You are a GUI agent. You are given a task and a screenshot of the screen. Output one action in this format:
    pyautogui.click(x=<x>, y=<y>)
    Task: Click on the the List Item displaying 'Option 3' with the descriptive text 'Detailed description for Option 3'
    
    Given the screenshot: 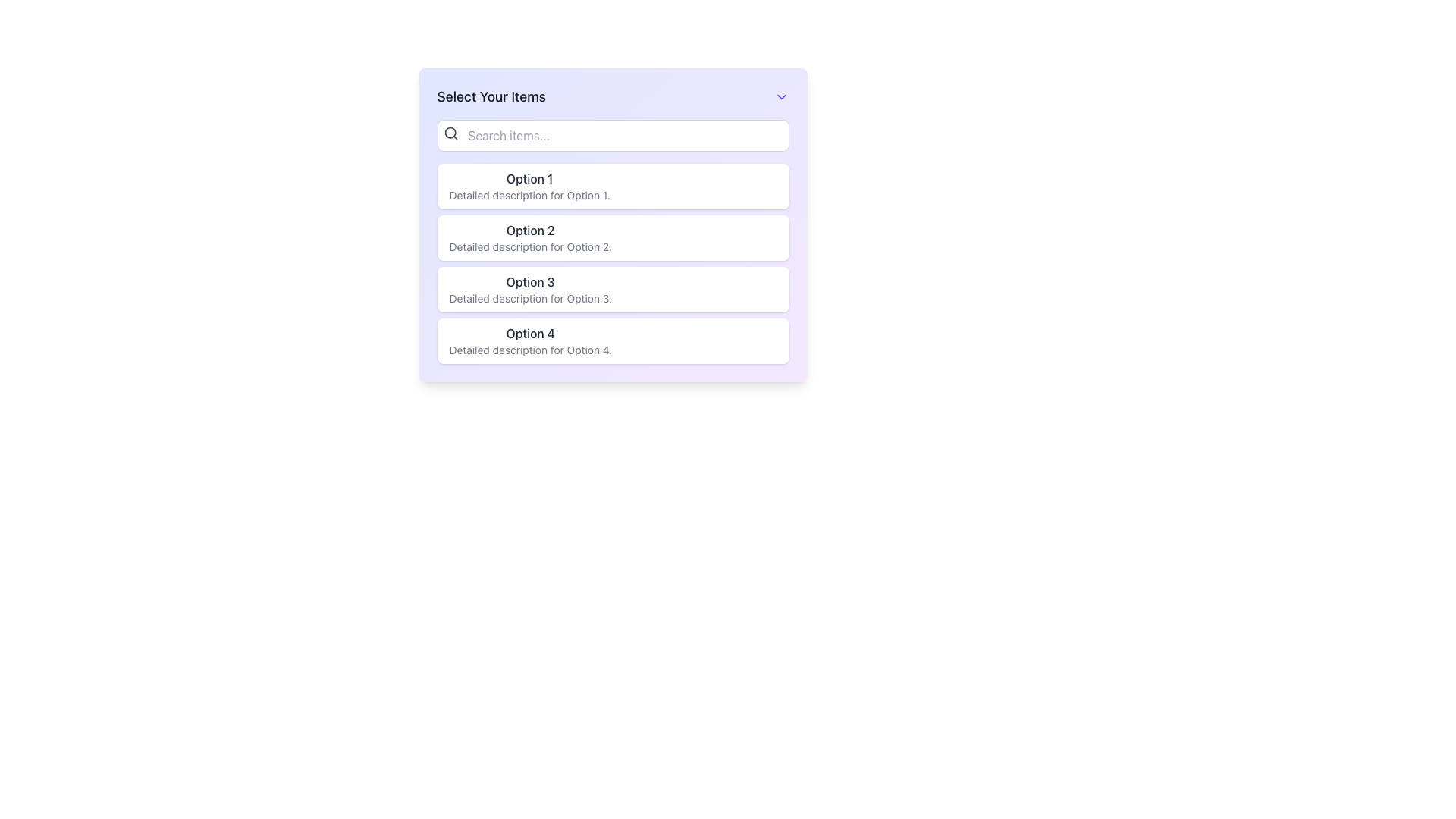 What is the action you would take?
    pyautogui.click(x=530, y=289)
    